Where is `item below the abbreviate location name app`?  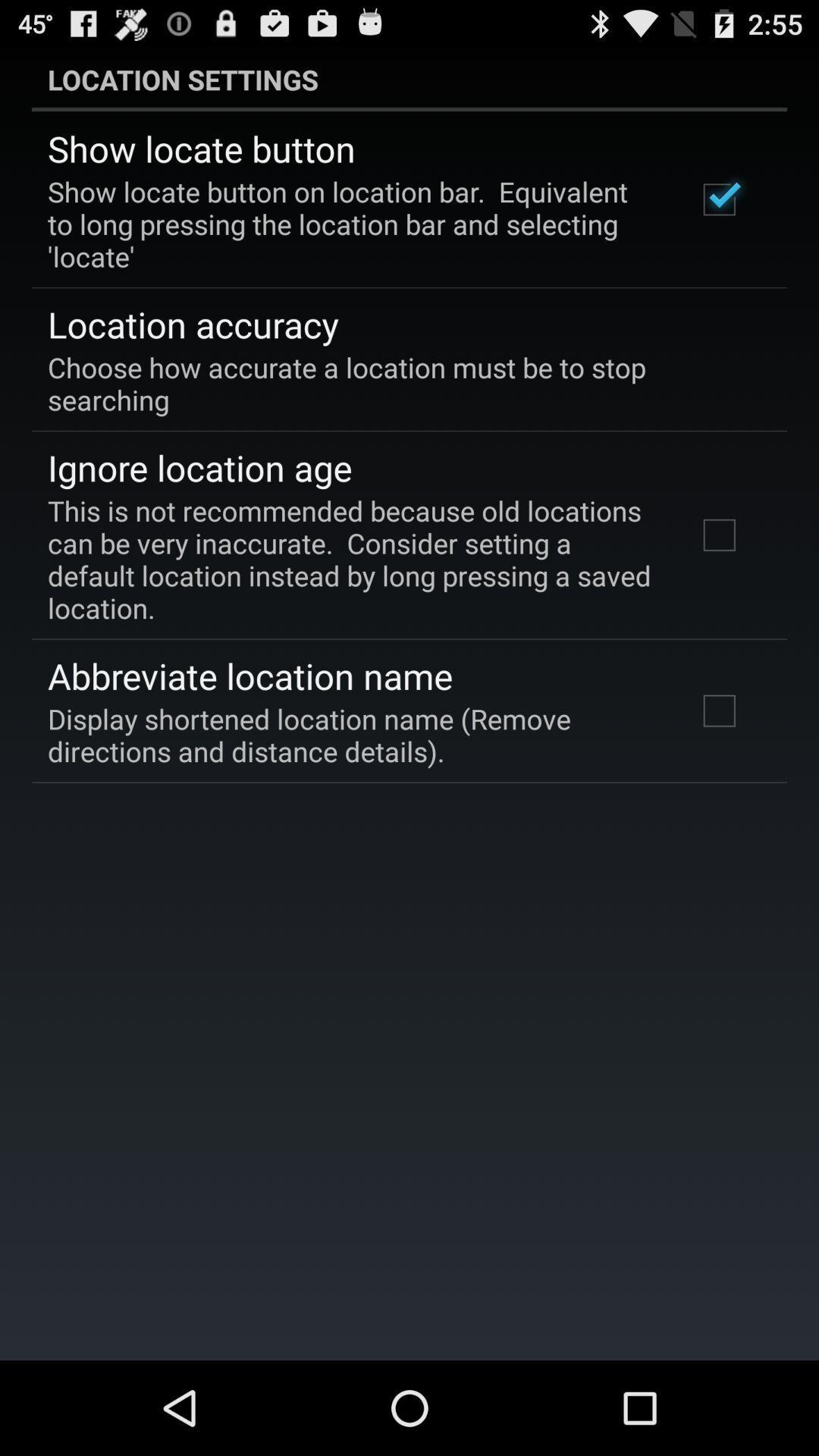
item below the abbreviate location name app is located at coordinates (351, 735).